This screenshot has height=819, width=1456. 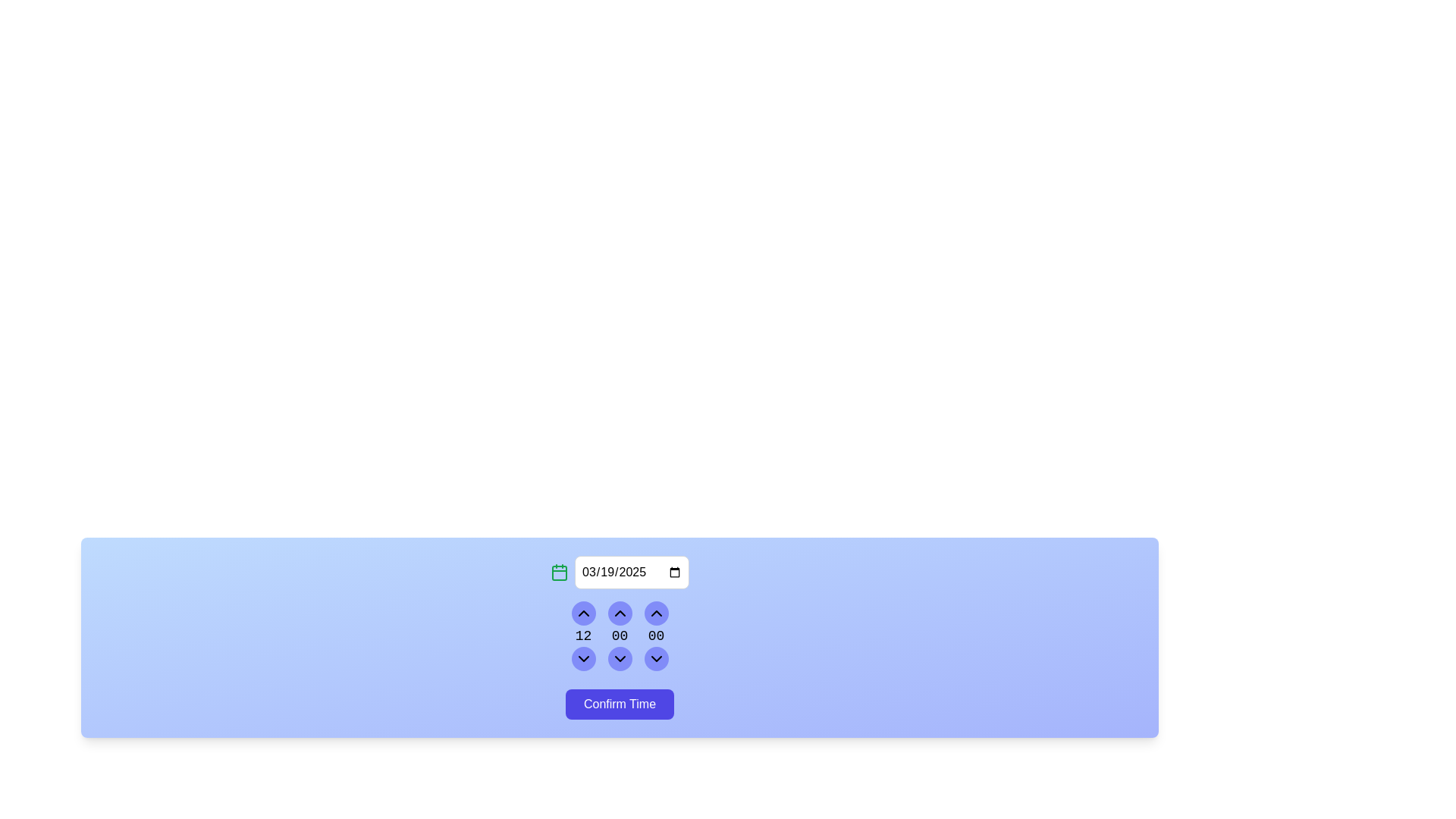 I want to click on the SVG icon representing a downward-pointing chevron located in the bottom-left section of the time adjustment interface, so click(x=582, y=657).